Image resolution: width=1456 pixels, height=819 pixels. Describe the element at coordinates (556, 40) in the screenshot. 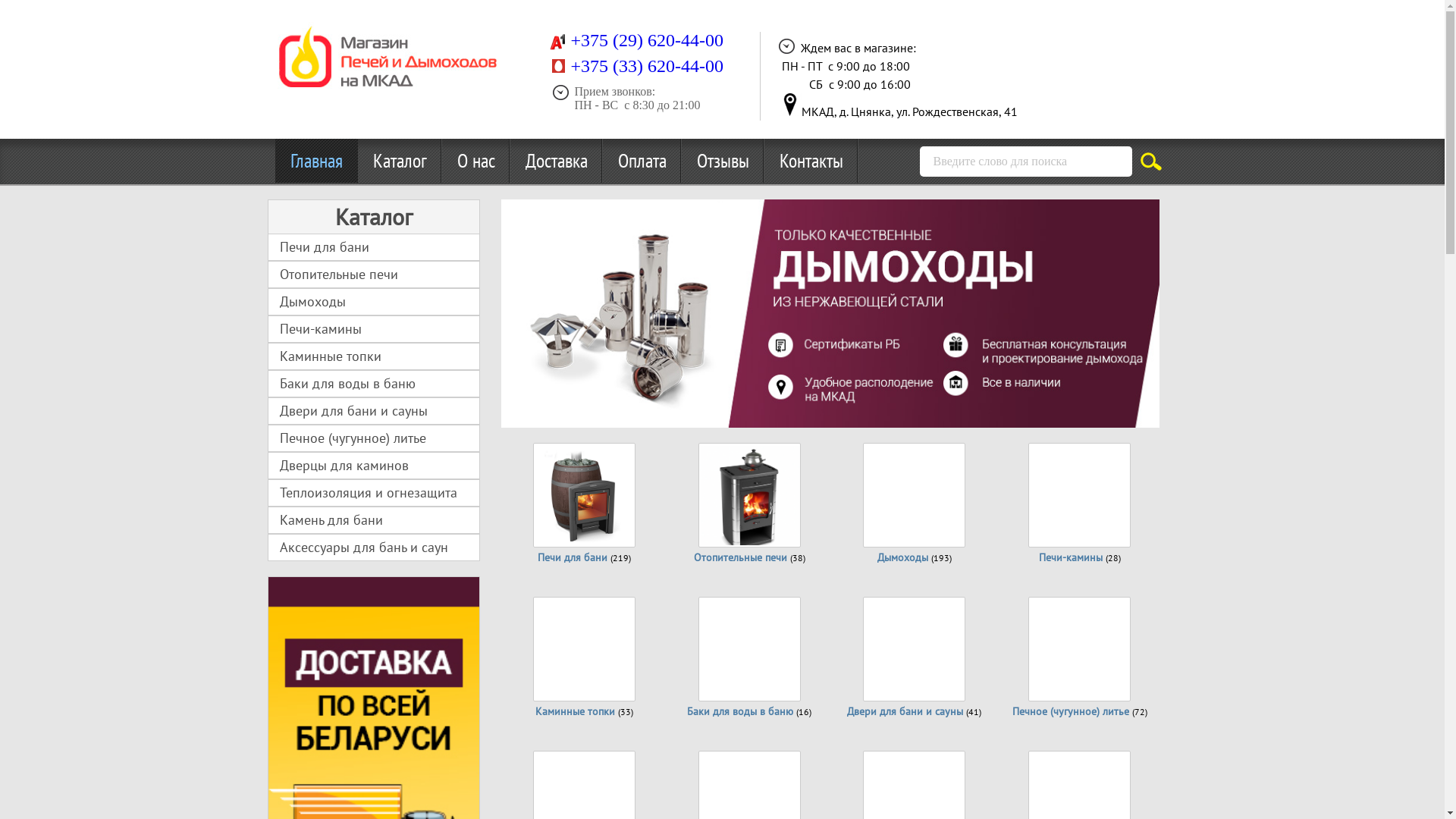

I see `'a1.png'` at that location.